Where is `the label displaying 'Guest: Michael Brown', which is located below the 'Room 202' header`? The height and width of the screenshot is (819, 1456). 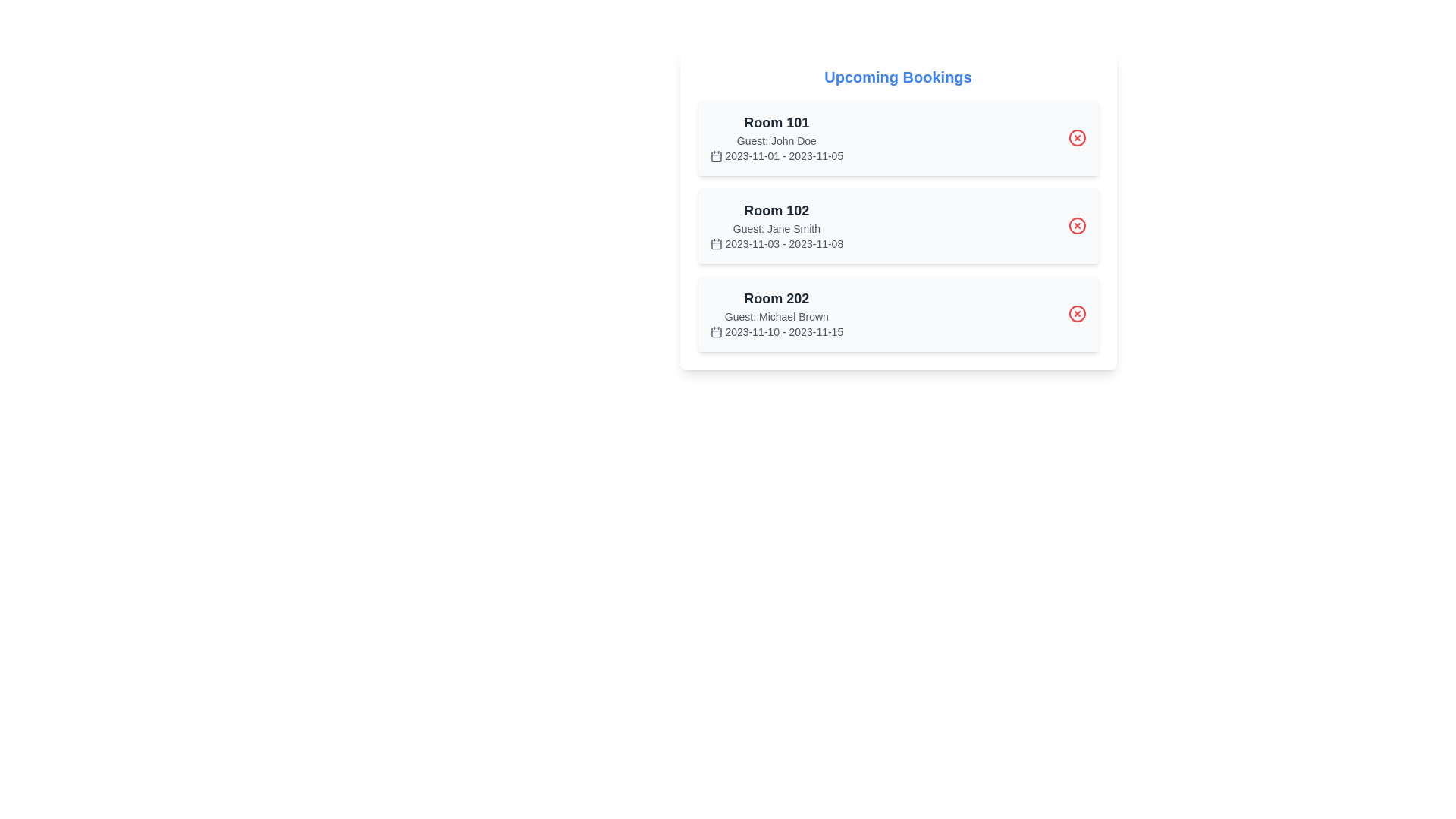 the label displaying 'Guest: Michael Brown', which is located below the 'Room 202' header is located at coordinates (777, 315).